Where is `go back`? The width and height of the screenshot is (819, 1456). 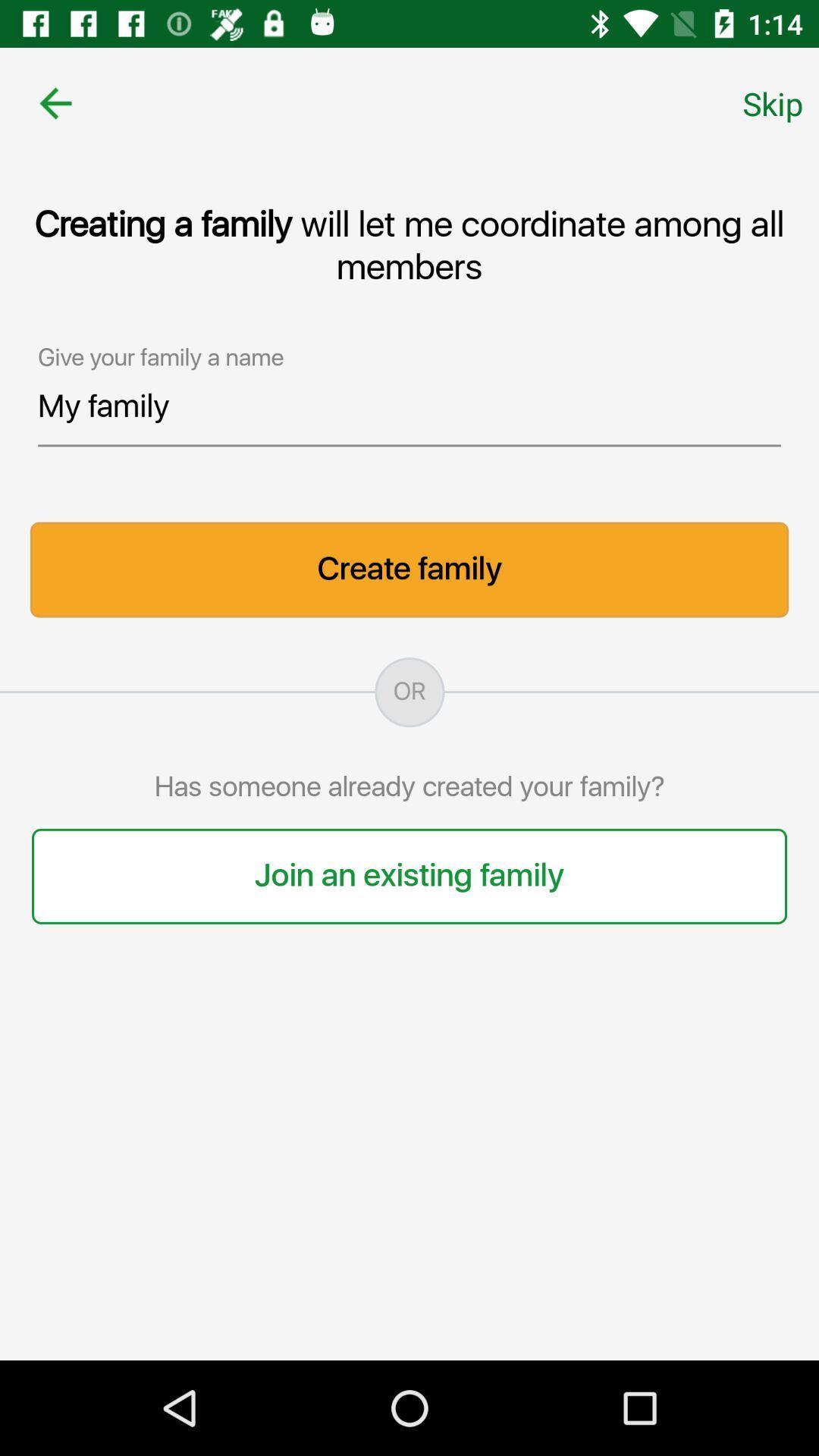
go back is located at coordinates (55, 102).